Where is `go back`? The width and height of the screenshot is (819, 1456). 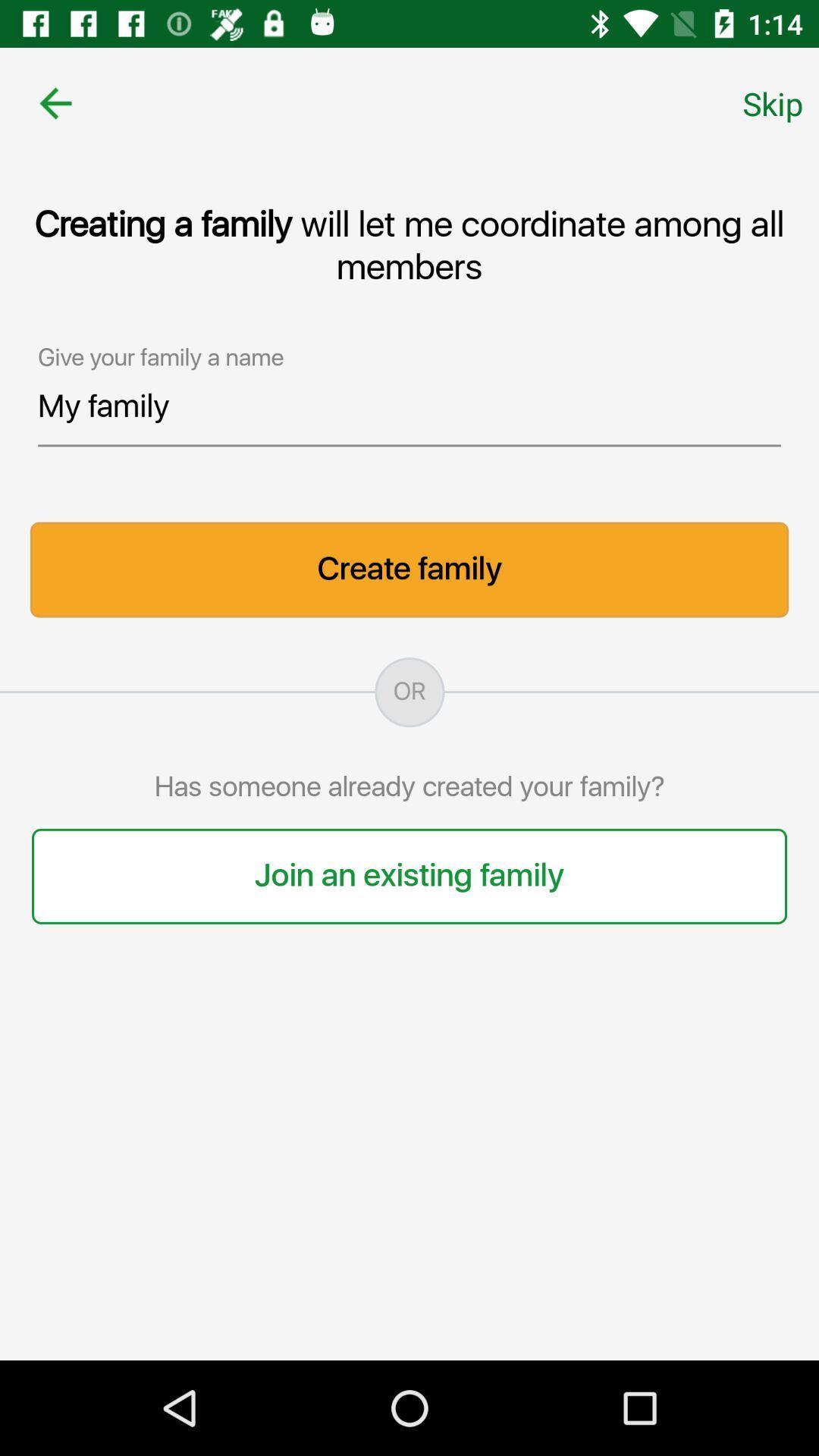
go back is located at coordinates (55, 102).